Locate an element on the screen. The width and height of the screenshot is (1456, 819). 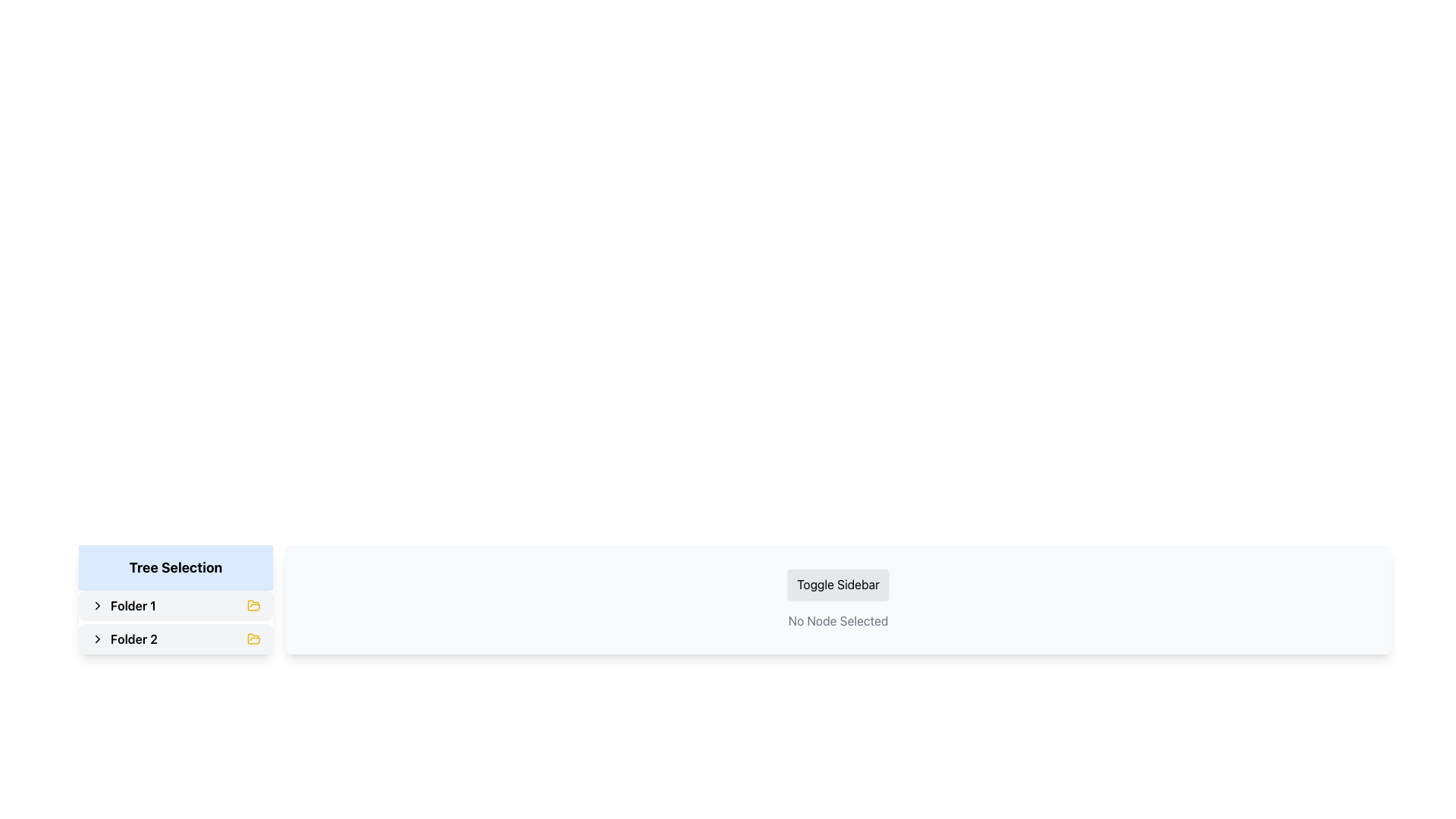
the vibrant yellow open folder SVG icon located to the far right of the 'Folder 1' entry in the left-side Tree Selection panel is located at coordinates (254, 604).